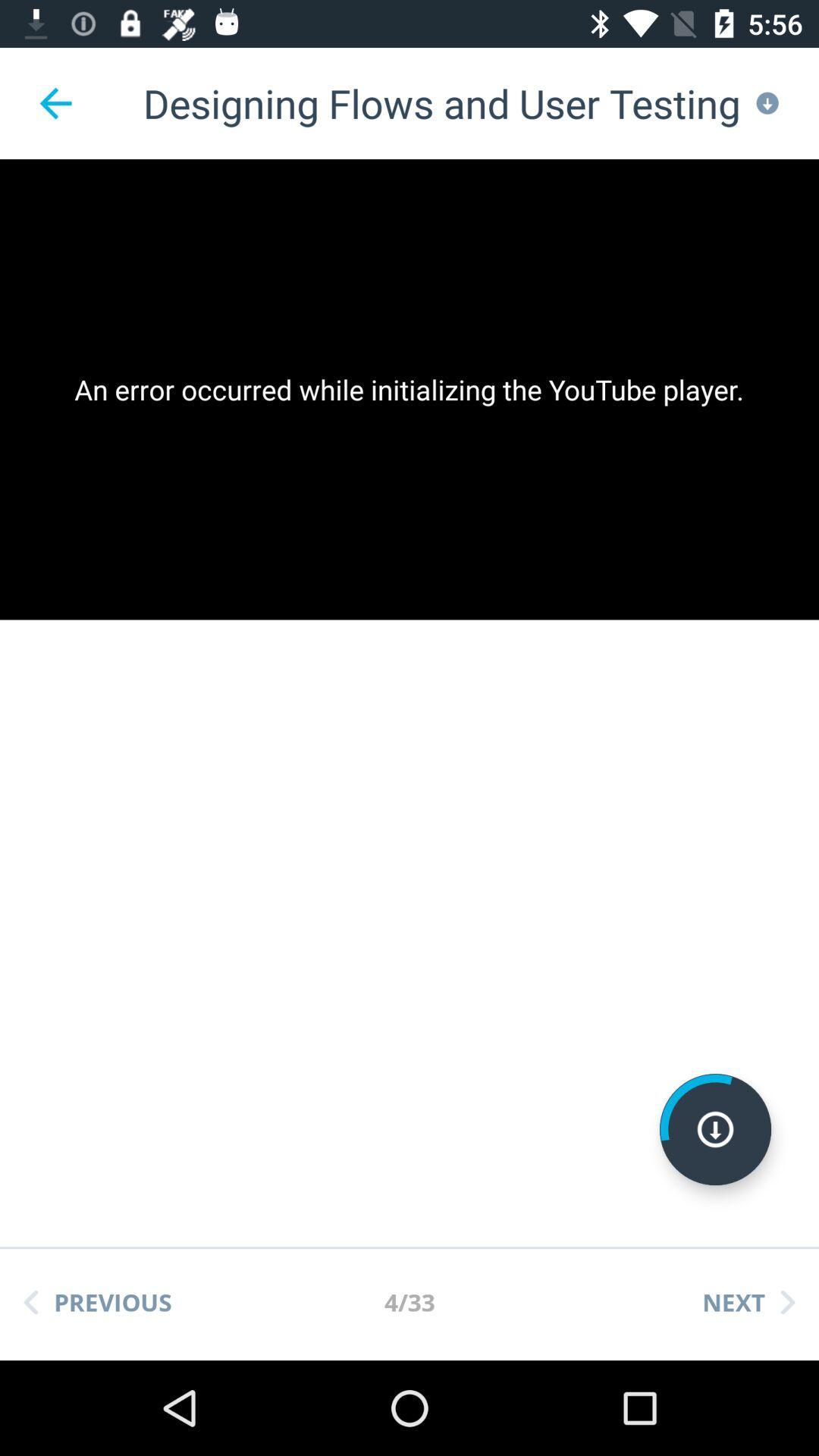 The width and height of the screenshot is (819, 1456). Describe the element at coordinates (715, 1129) in the screenshot. I see `download video` at that location.